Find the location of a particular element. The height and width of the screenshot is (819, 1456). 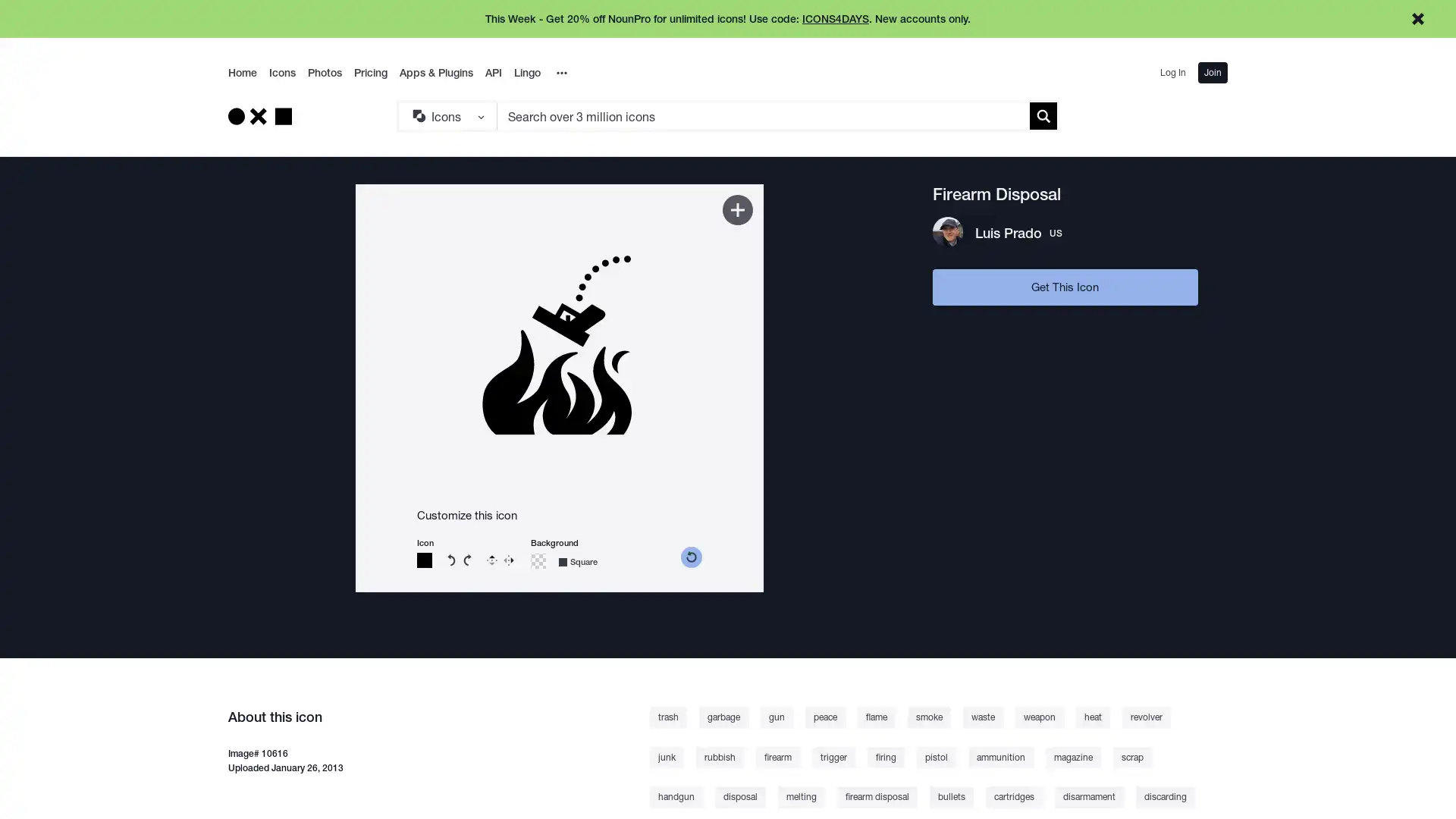

Get This Icon is located at coordinates (1063, 287).